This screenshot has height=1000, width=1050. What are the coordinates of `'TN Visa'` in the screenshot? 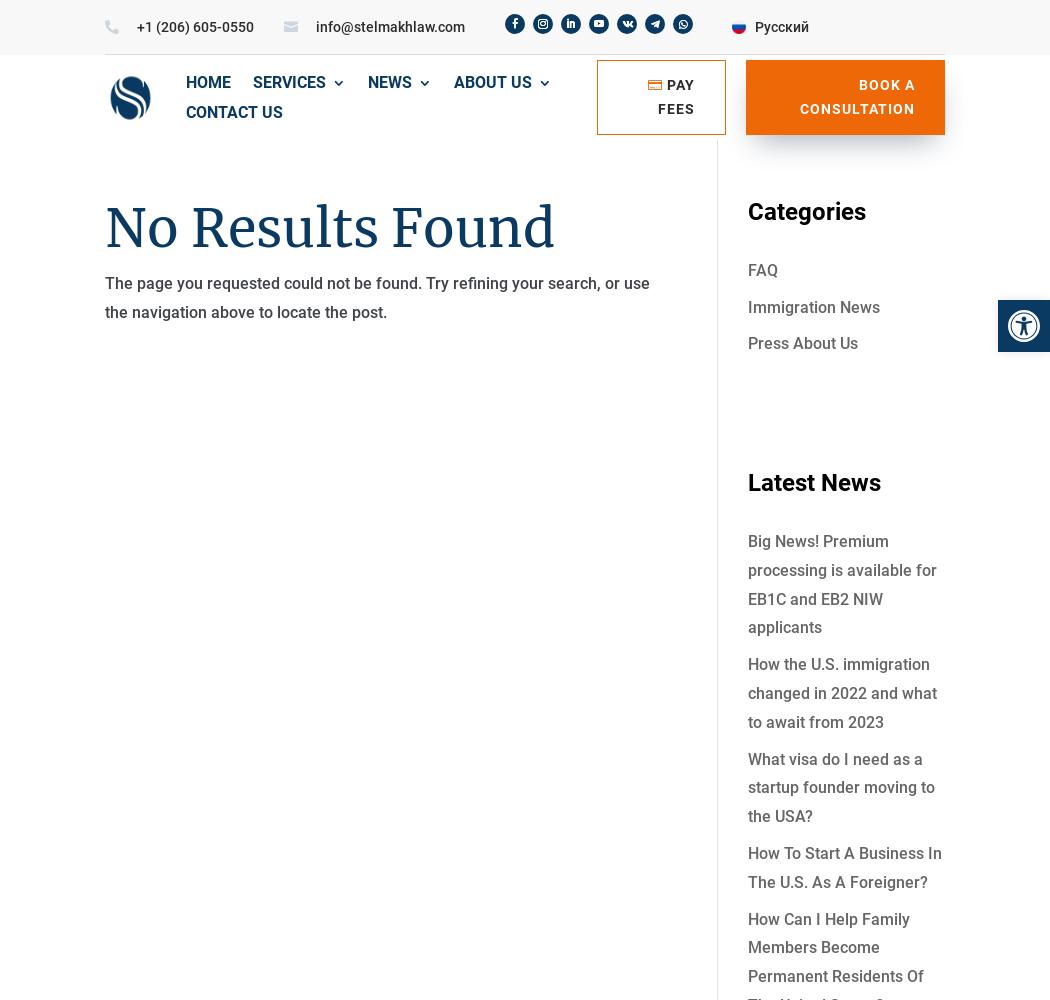 It's located at (551, 337).